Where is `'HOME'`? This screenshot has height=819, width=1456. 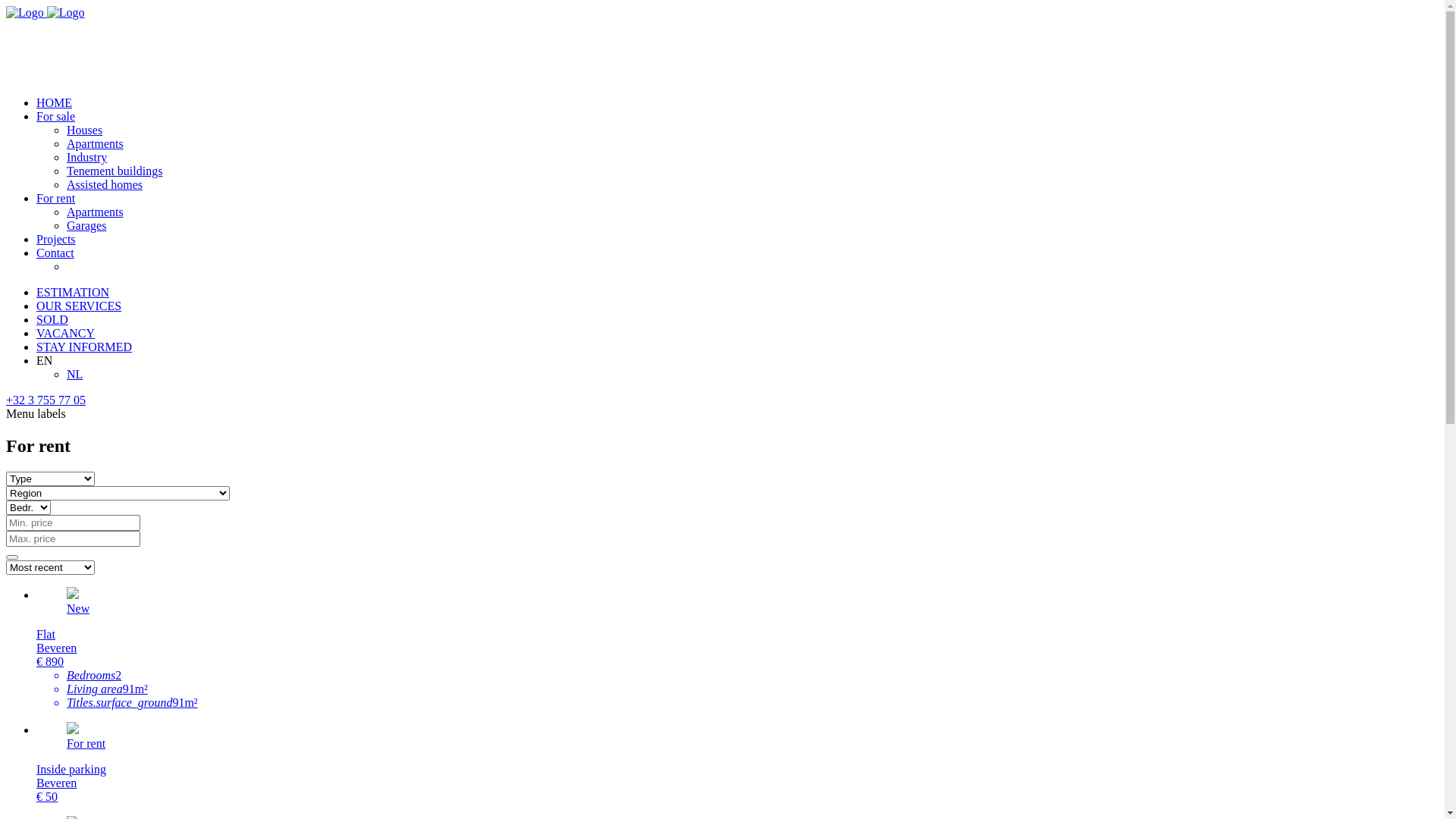 'HOME' is located at coordinates (36, 102).